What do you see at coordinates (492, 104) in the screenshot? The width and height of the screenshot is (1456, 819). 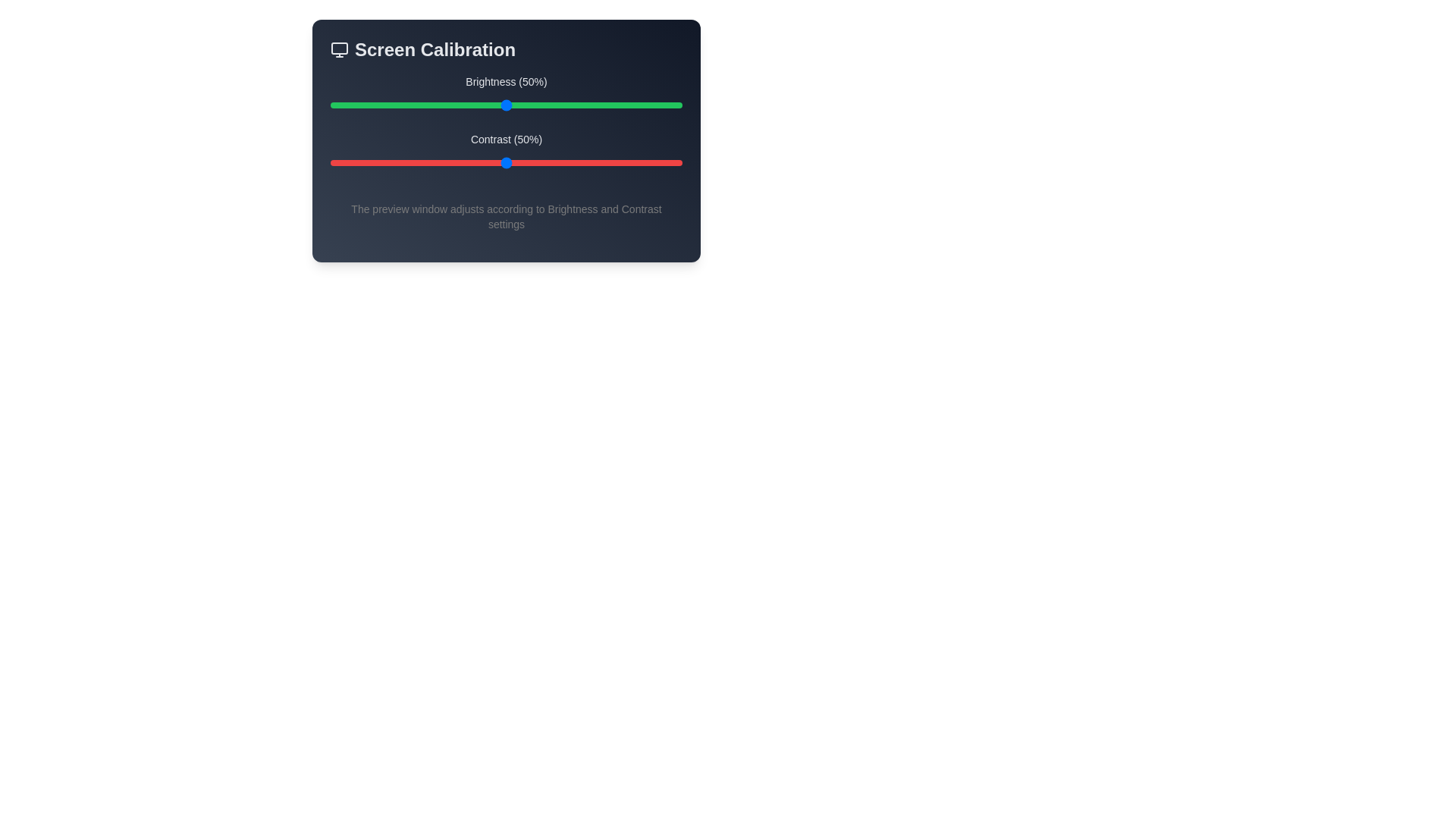 I see `the brightness slider to set the brightness level to 46%` at bounding box center [492, 104].